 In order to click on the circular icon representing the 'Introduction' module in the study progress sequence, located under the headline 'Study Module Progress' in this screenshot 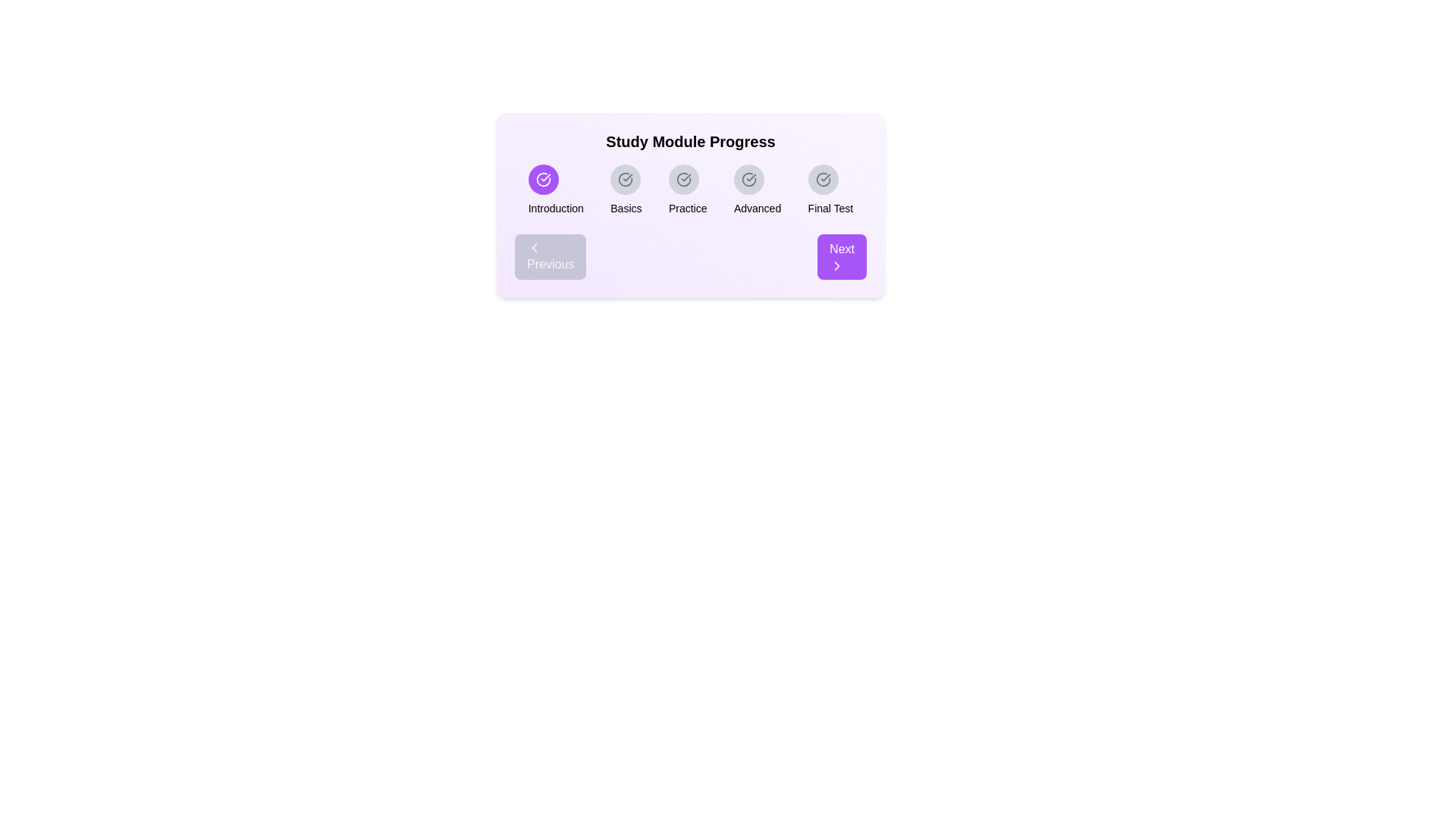, I will do `click(543, 178)`.